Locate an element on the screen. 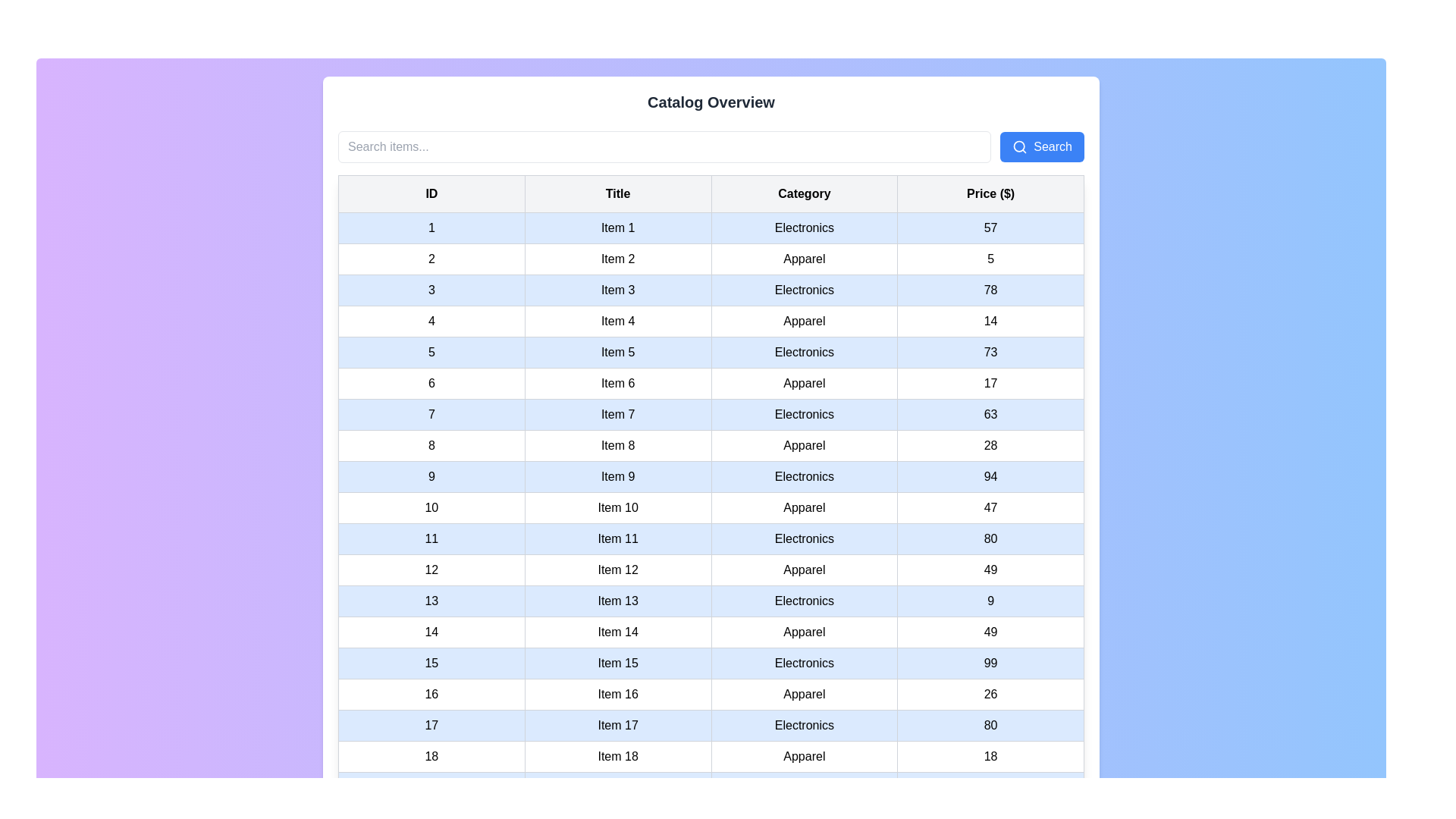 This screenshot has width=1456, height=819. the table cell containing the text 'Item 5', which is the second cell in the fifth row under the 'Title' column, adjacent to '5' and 'Electronics' is located at coordinates (618, 353).